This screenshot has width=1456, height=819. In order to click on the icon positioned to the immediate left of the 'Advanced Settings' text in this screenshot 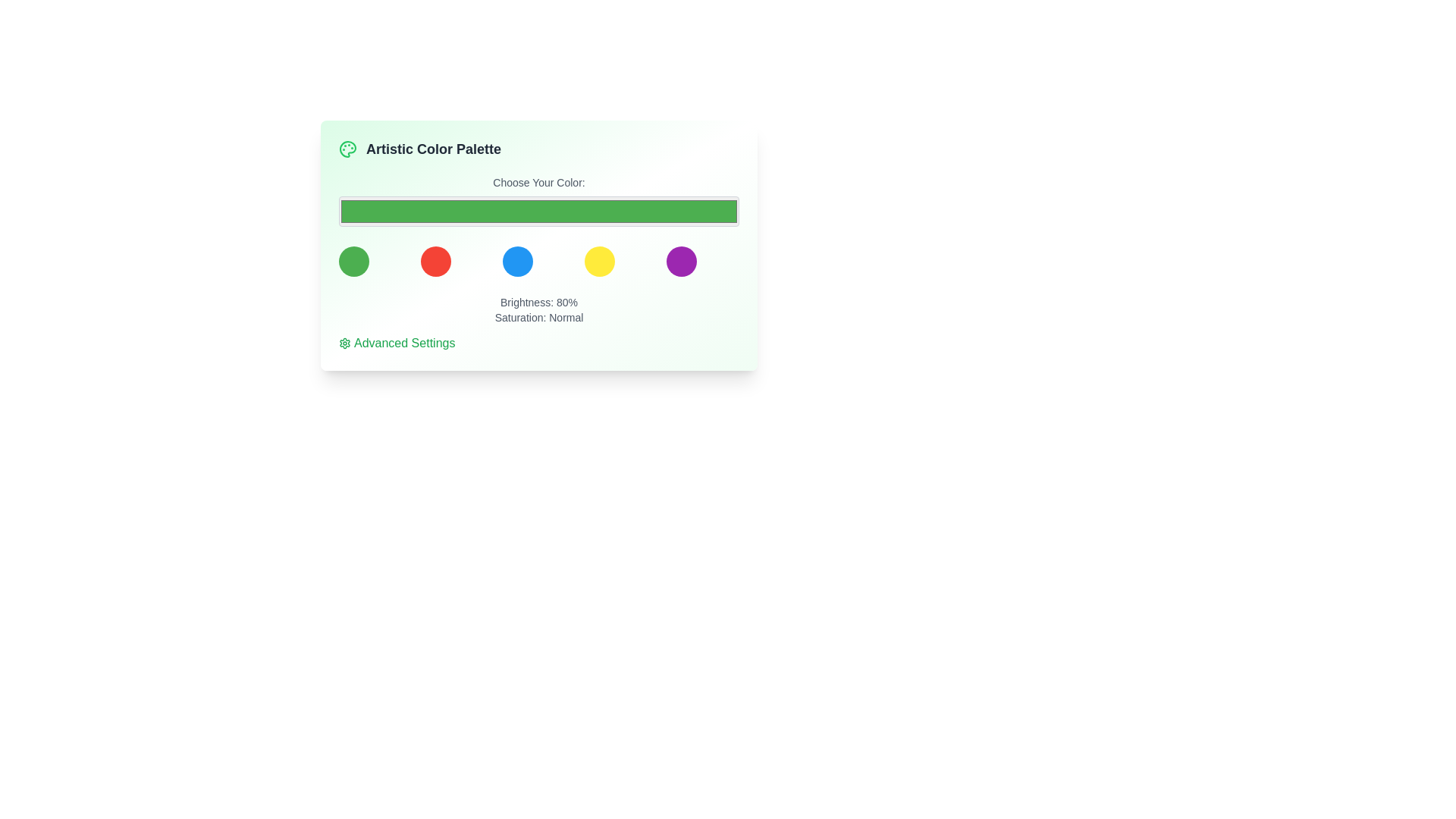, I will do `click(344, 343)`.